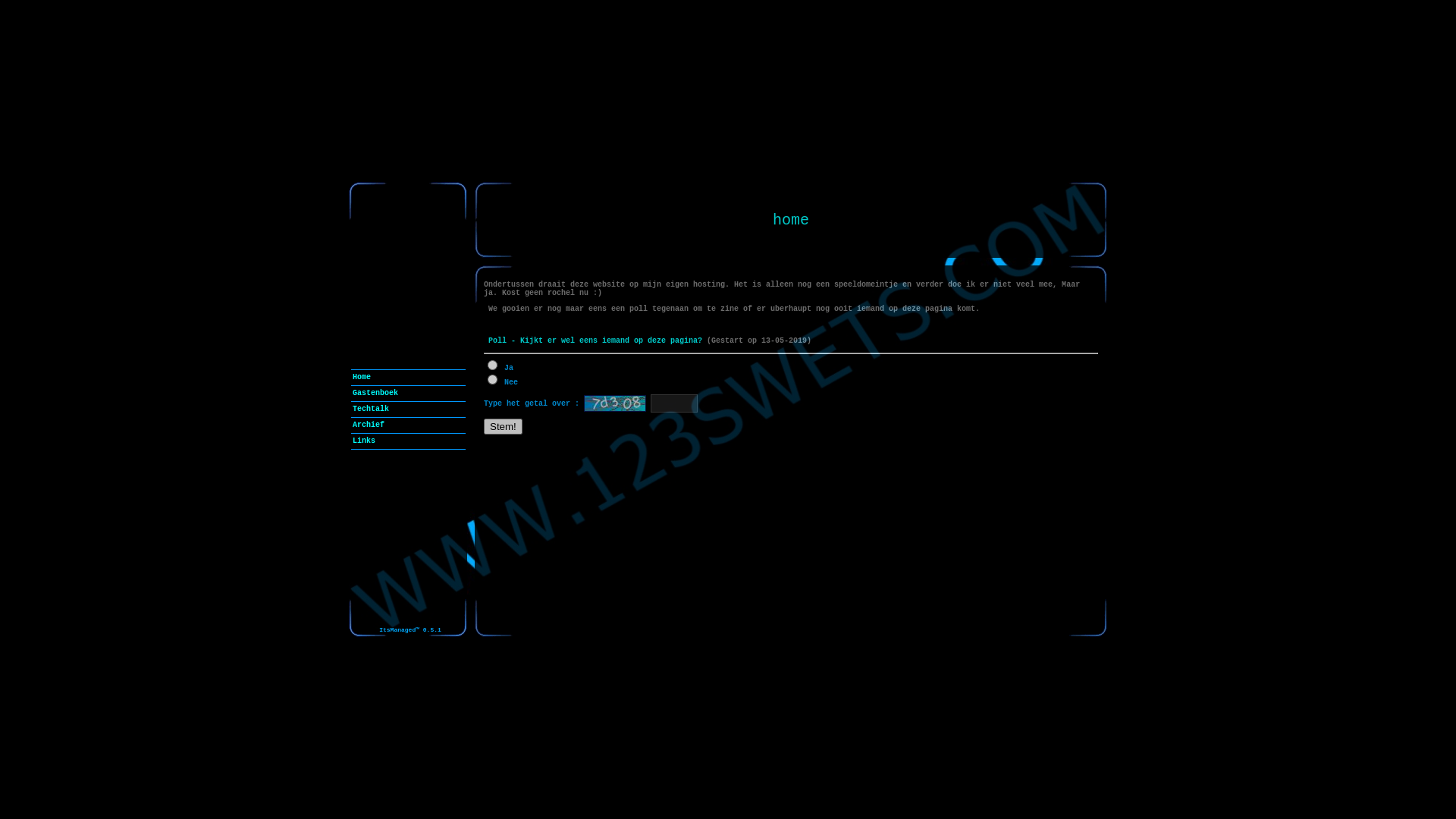 The height and width of the screenshot is (819, 1456). I want to click on 'Stem!', so click(503, 426).